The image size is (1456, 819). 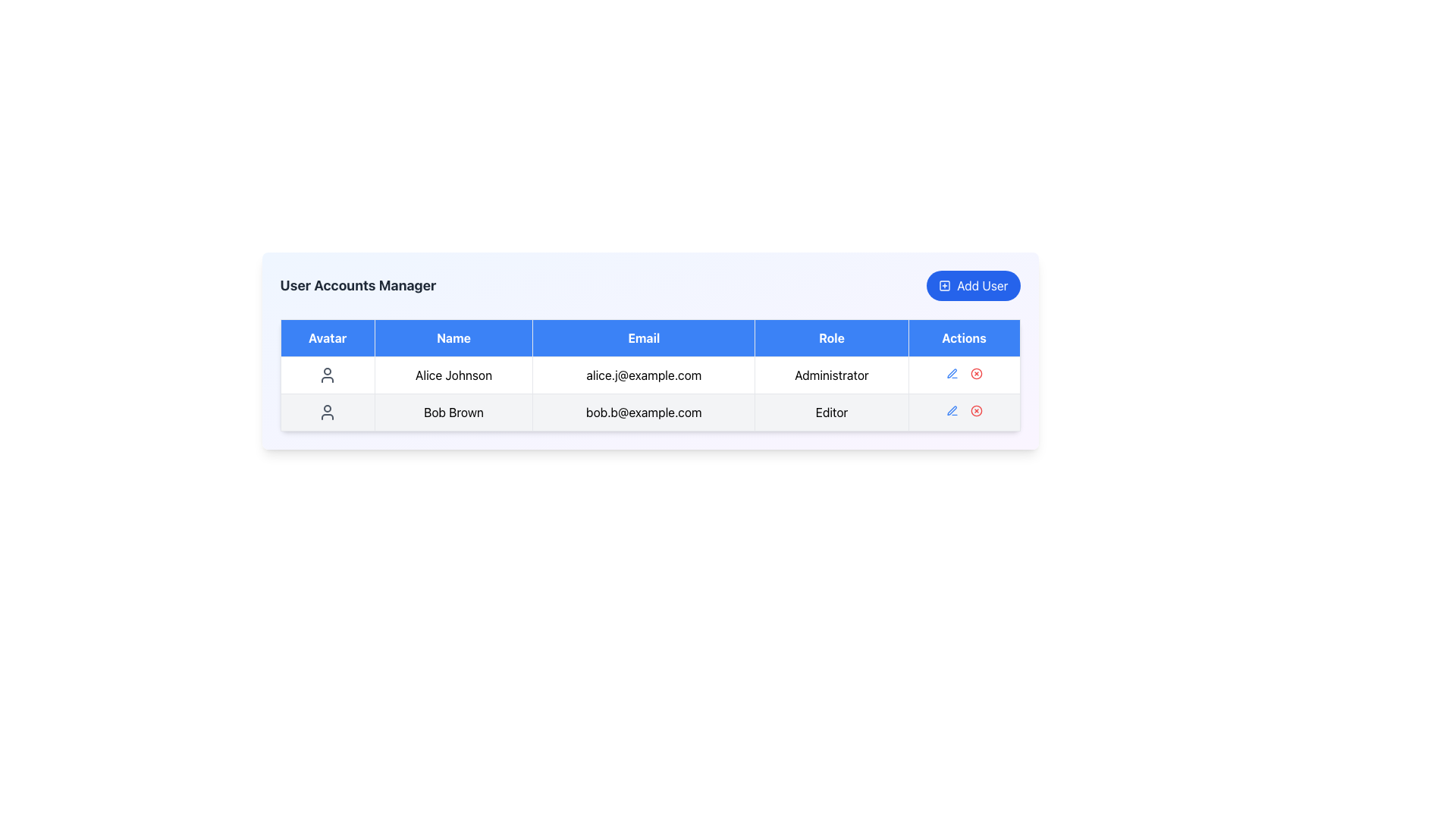 What do you see at coordinates (453, 412) in the screenshot?
I see `the text label displaying the user's name 'Bob Brown' in the second row of the 'User Accounts Manager' table` at bounding box center [453, 412].